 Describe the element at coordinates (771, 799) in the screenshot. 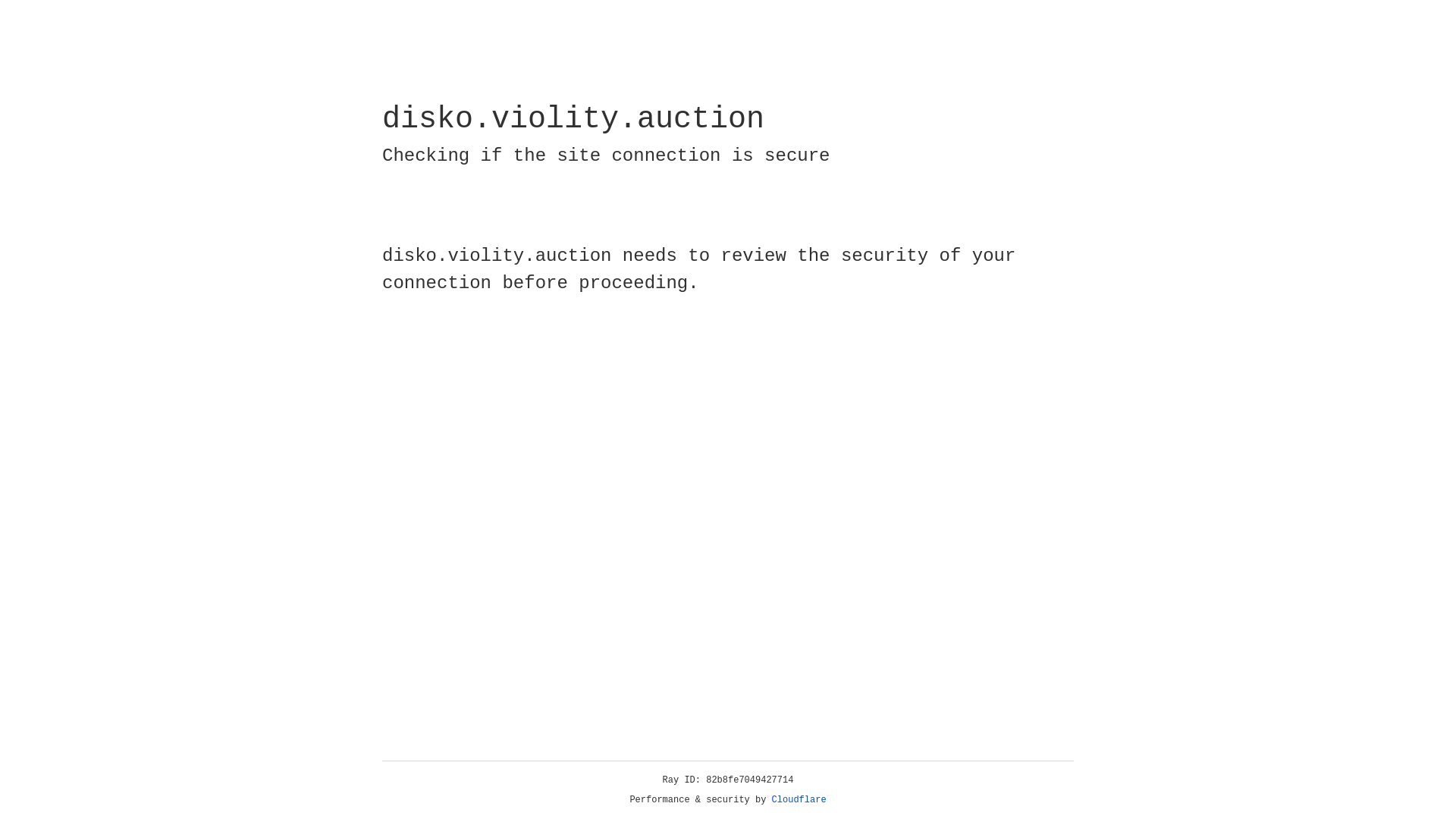

I see `'Cloudflare'` at that location.